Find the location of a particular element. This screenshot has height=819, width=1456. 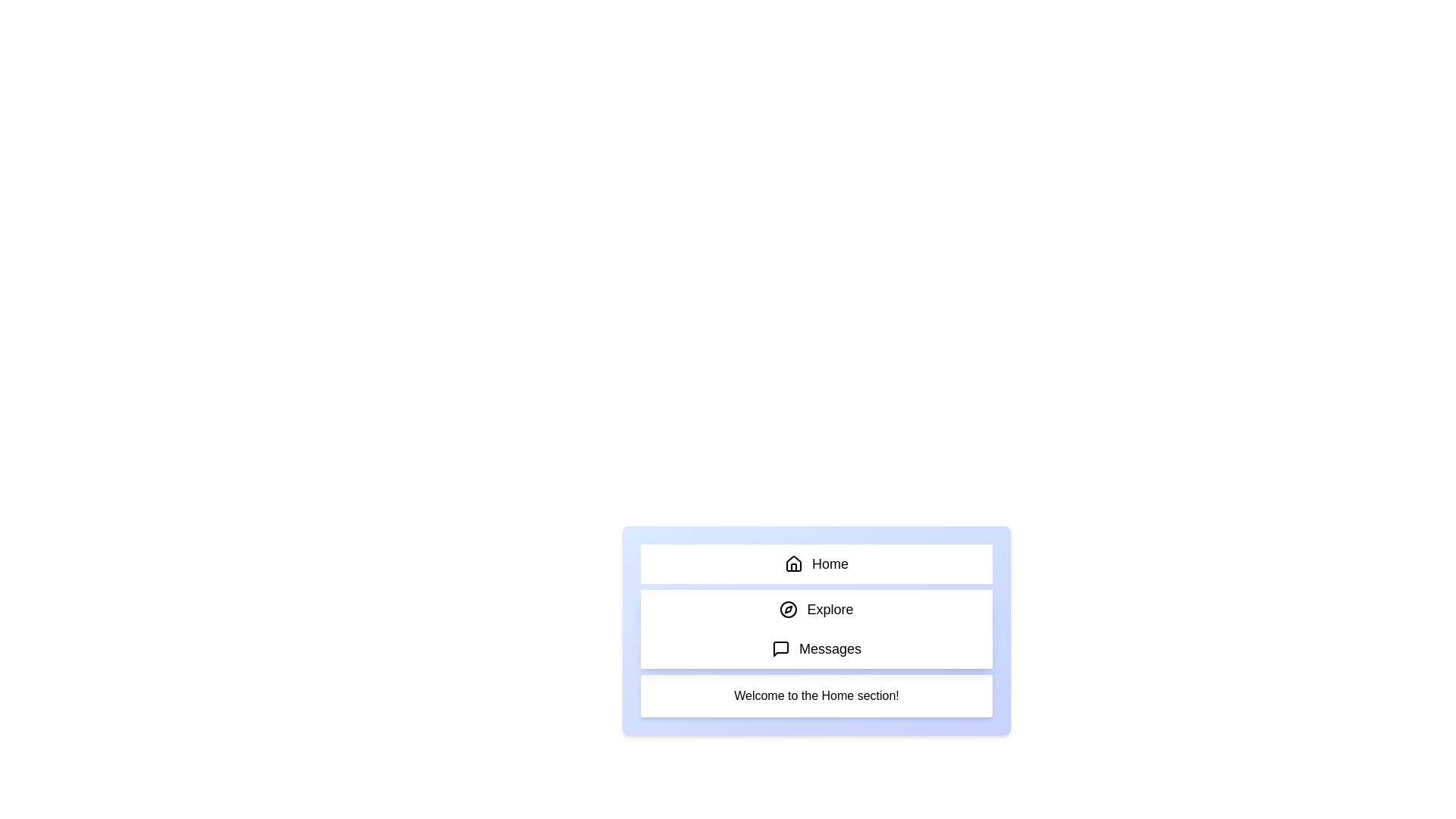

the content area below the tabs and read the displayed text is located at coordinates (815, 696).